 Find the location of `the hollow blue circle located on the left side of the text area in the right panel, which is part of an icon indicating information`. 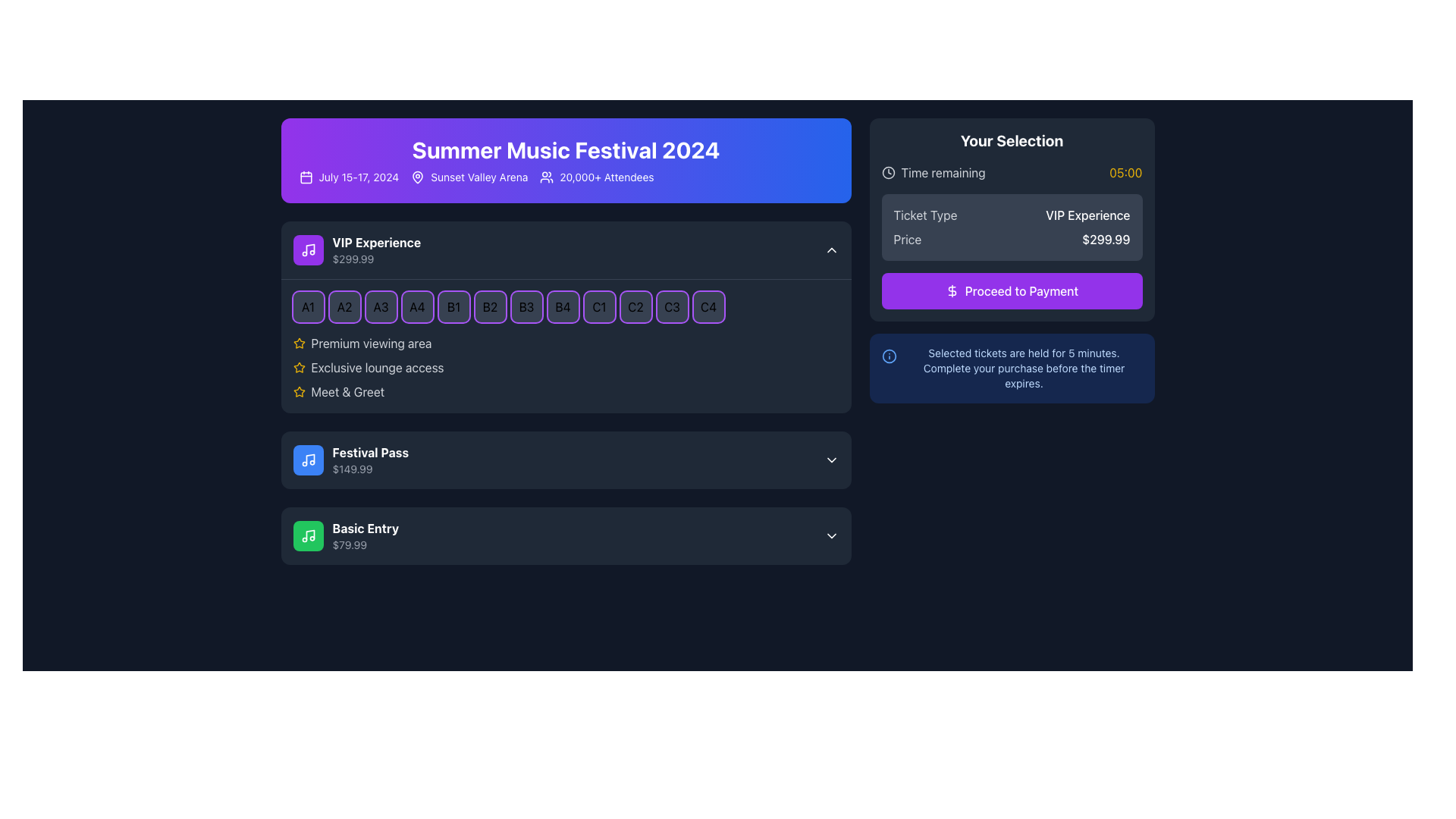

the hollow blue circle located on the left side of the text area in the right panel, which is part of an icon indicating information is located at coordinates (889, 356).